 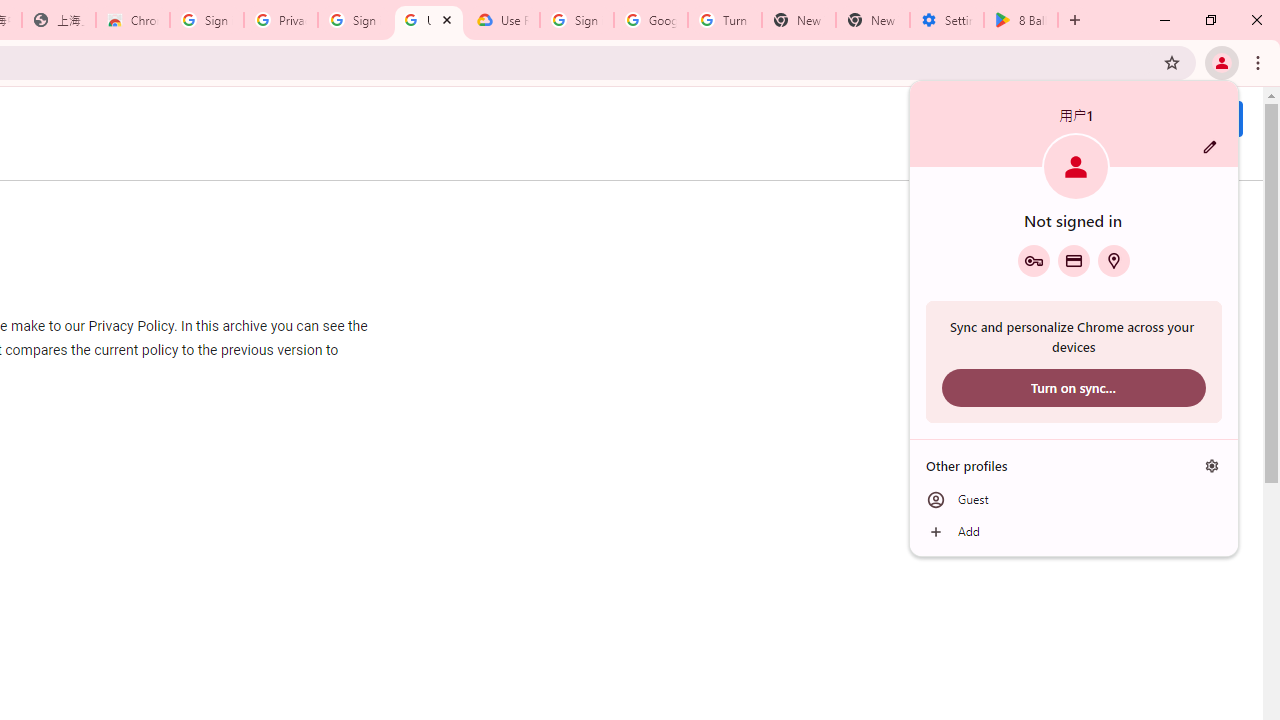 What do you see at coordinates (651, 20) in the screenshot?
I see `'Google Account Help'` at bounding box center [651, 20].